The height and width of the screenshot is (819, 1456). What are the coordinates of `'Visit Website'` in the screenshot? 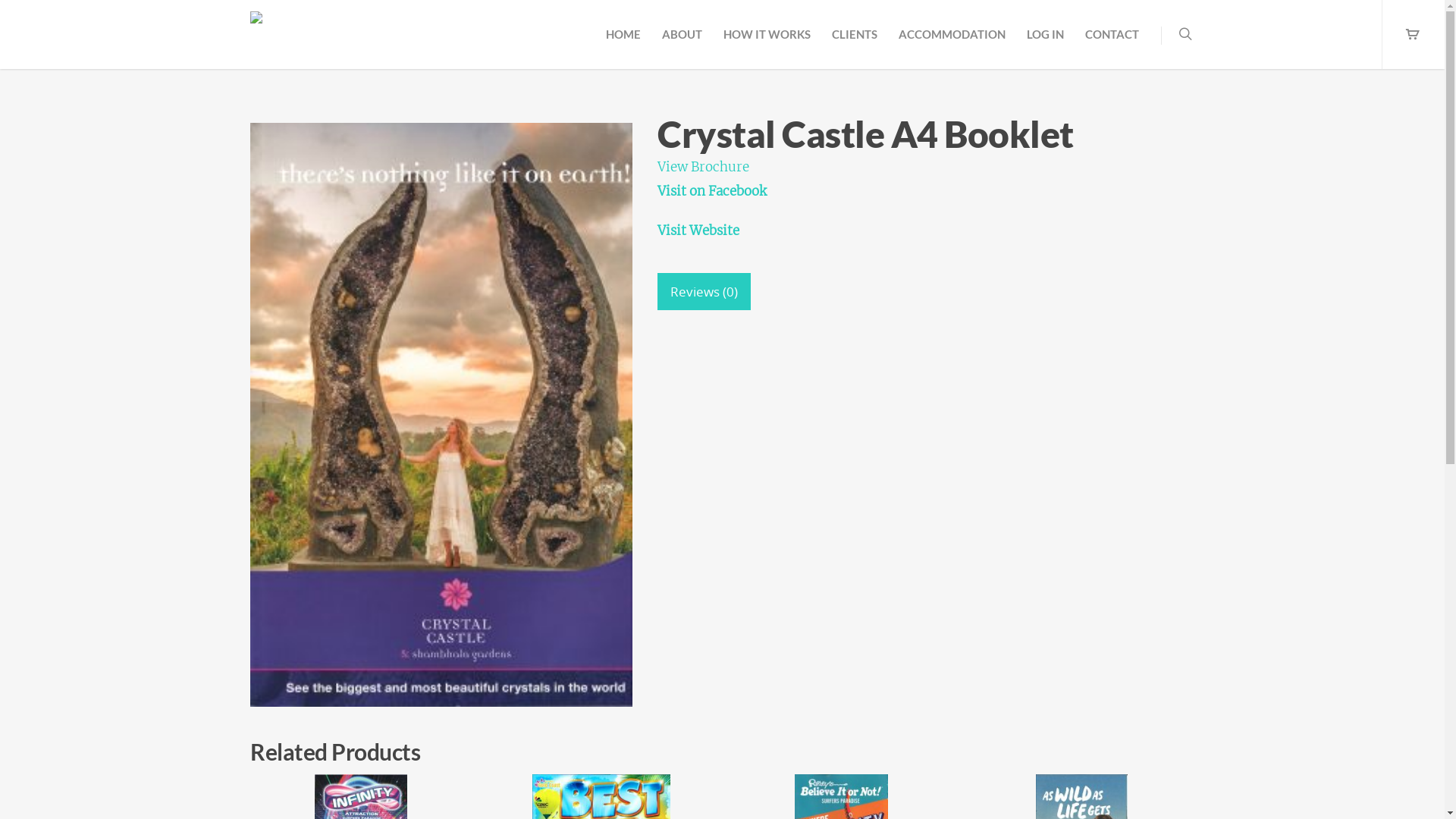 It's located at (698, 231).